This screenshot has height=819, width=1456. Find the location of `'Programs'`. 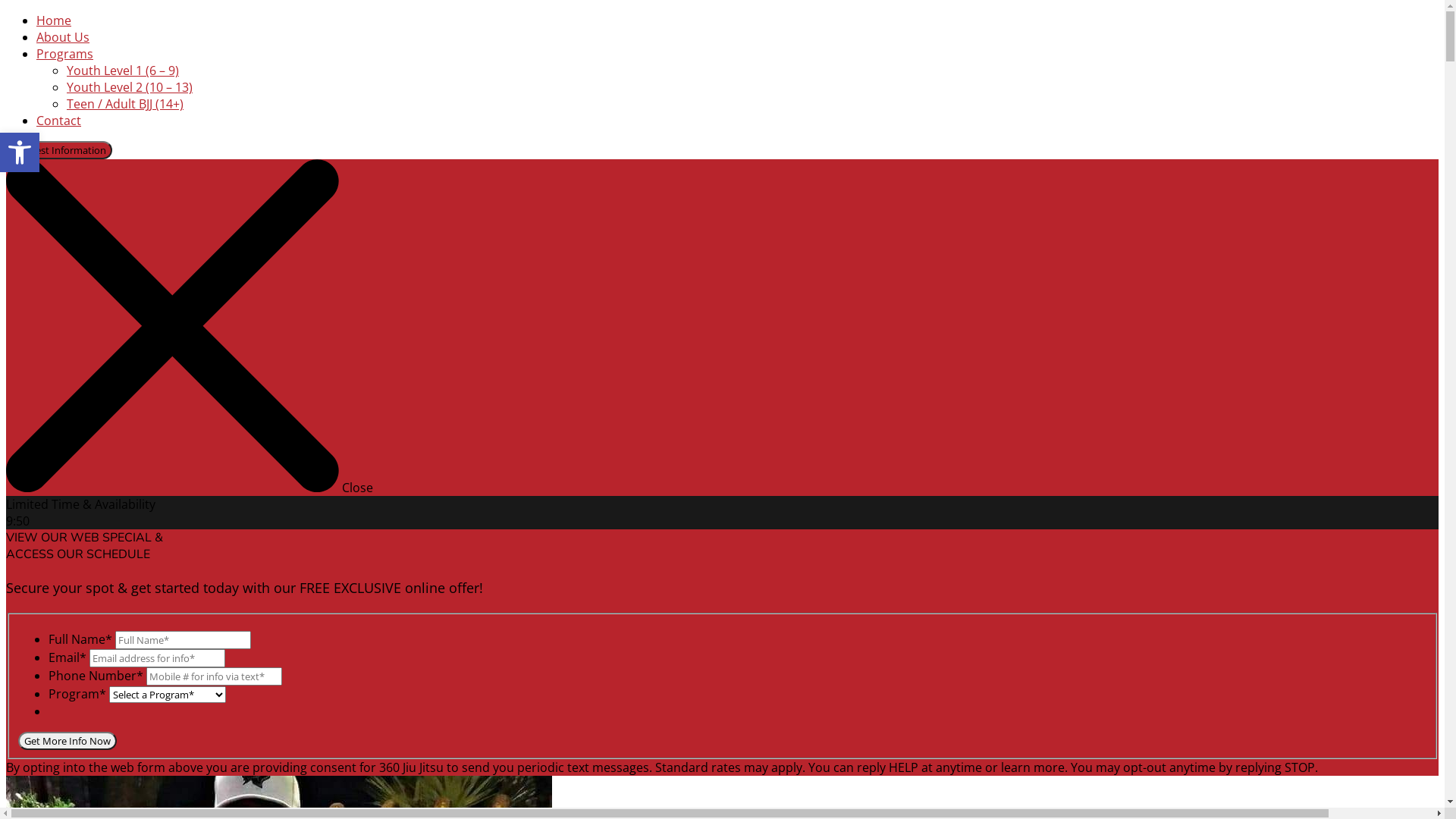

'Programs' is located at coordinates (36, 52).